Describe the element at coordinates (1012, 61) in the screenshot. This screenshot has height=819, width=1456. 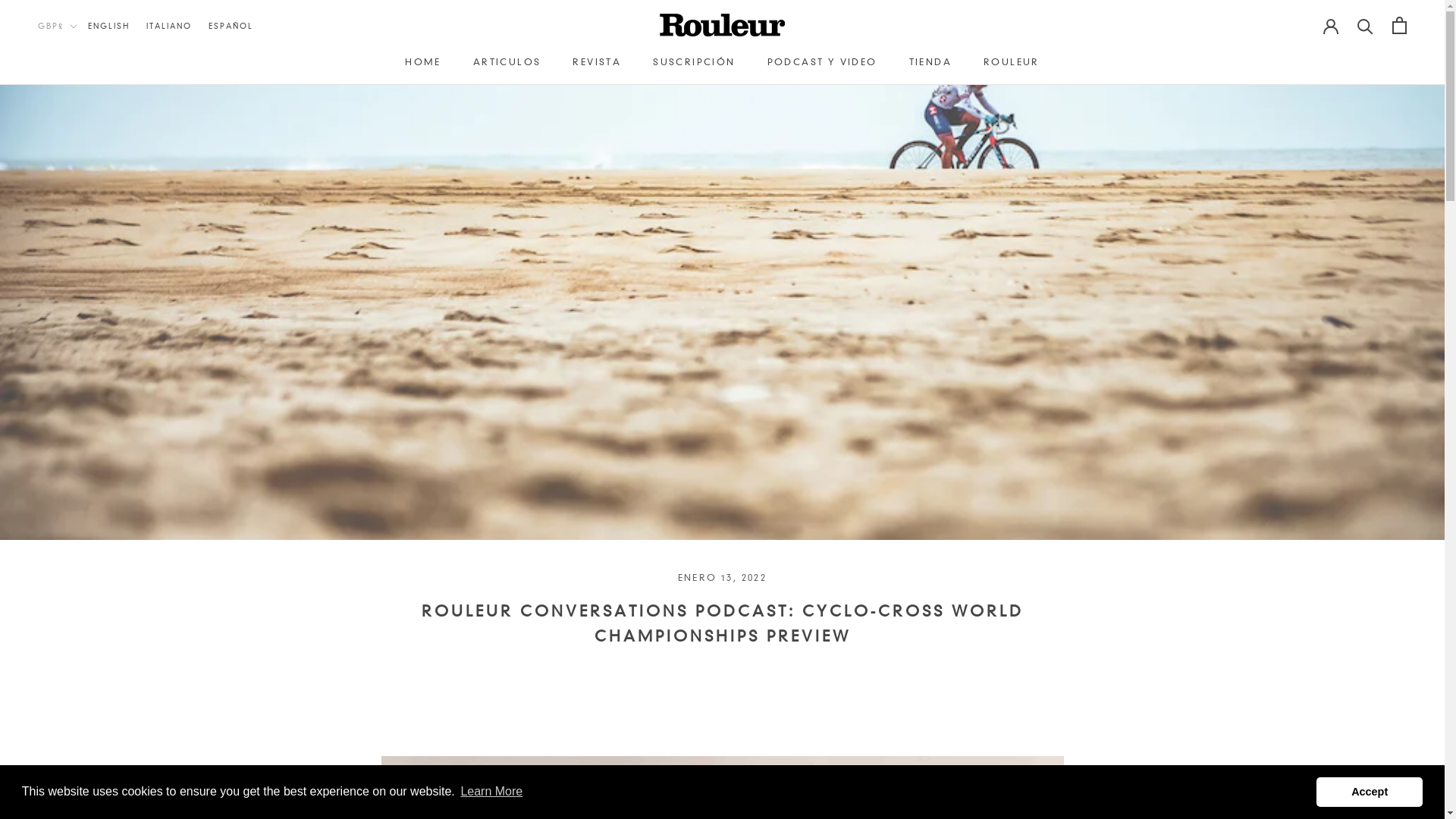
I see `'ROULEUR'` at that location.